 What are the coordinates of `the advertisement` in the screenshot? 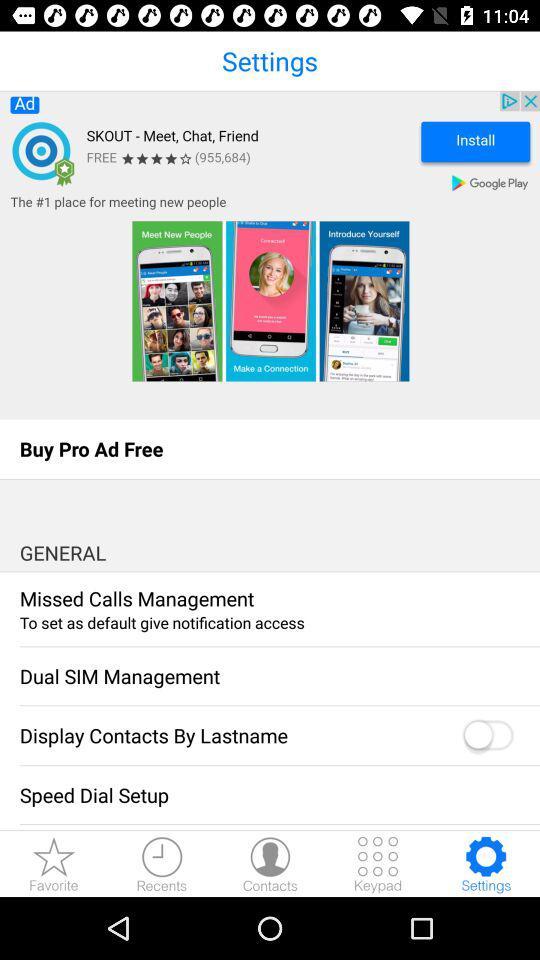 It's located at (270, 254).